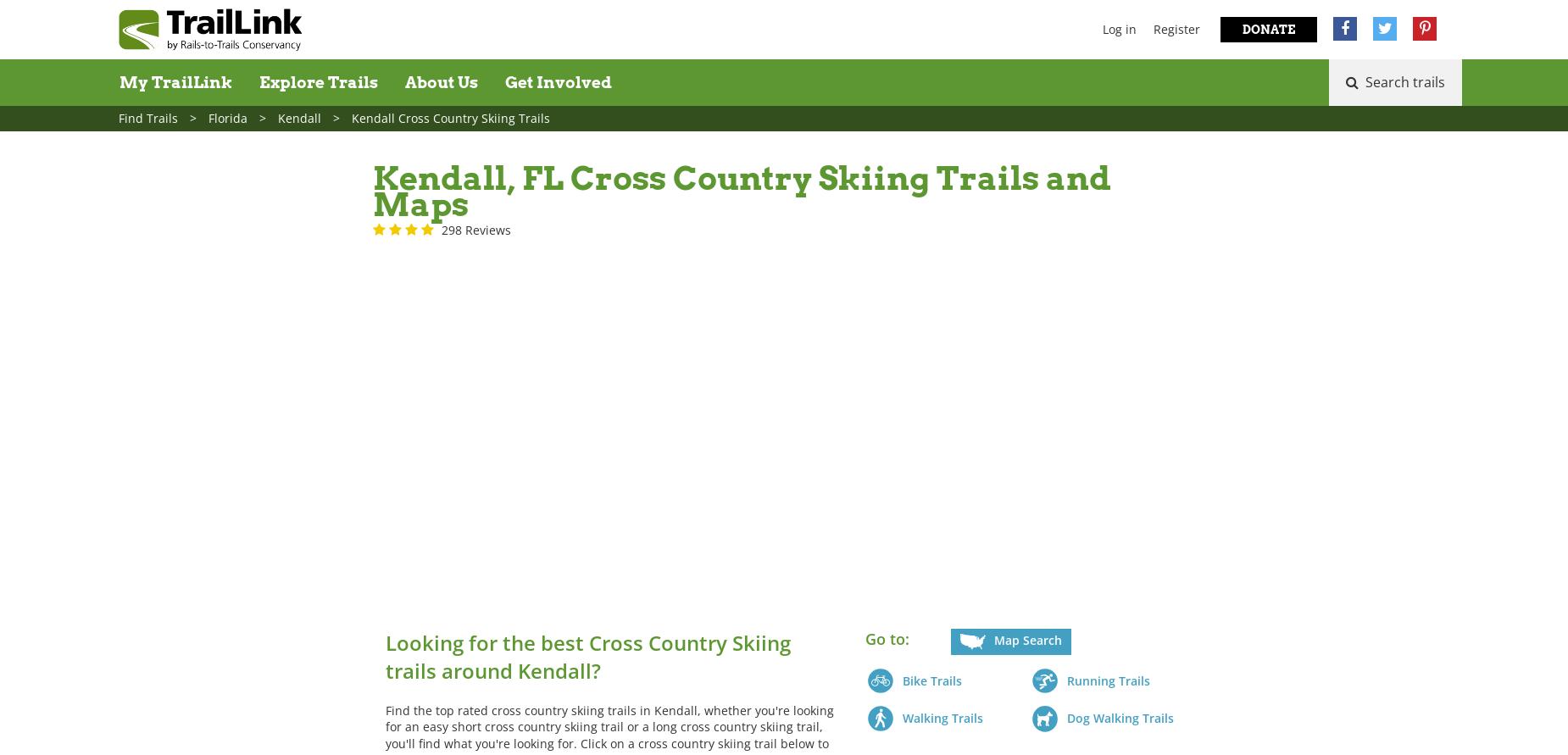 The height and width of the screenshot is (755, 1568). What do you see at coordinates (298, 117) in the screenshot?
I see `'Kendall'` at bounding box center [298, 117].